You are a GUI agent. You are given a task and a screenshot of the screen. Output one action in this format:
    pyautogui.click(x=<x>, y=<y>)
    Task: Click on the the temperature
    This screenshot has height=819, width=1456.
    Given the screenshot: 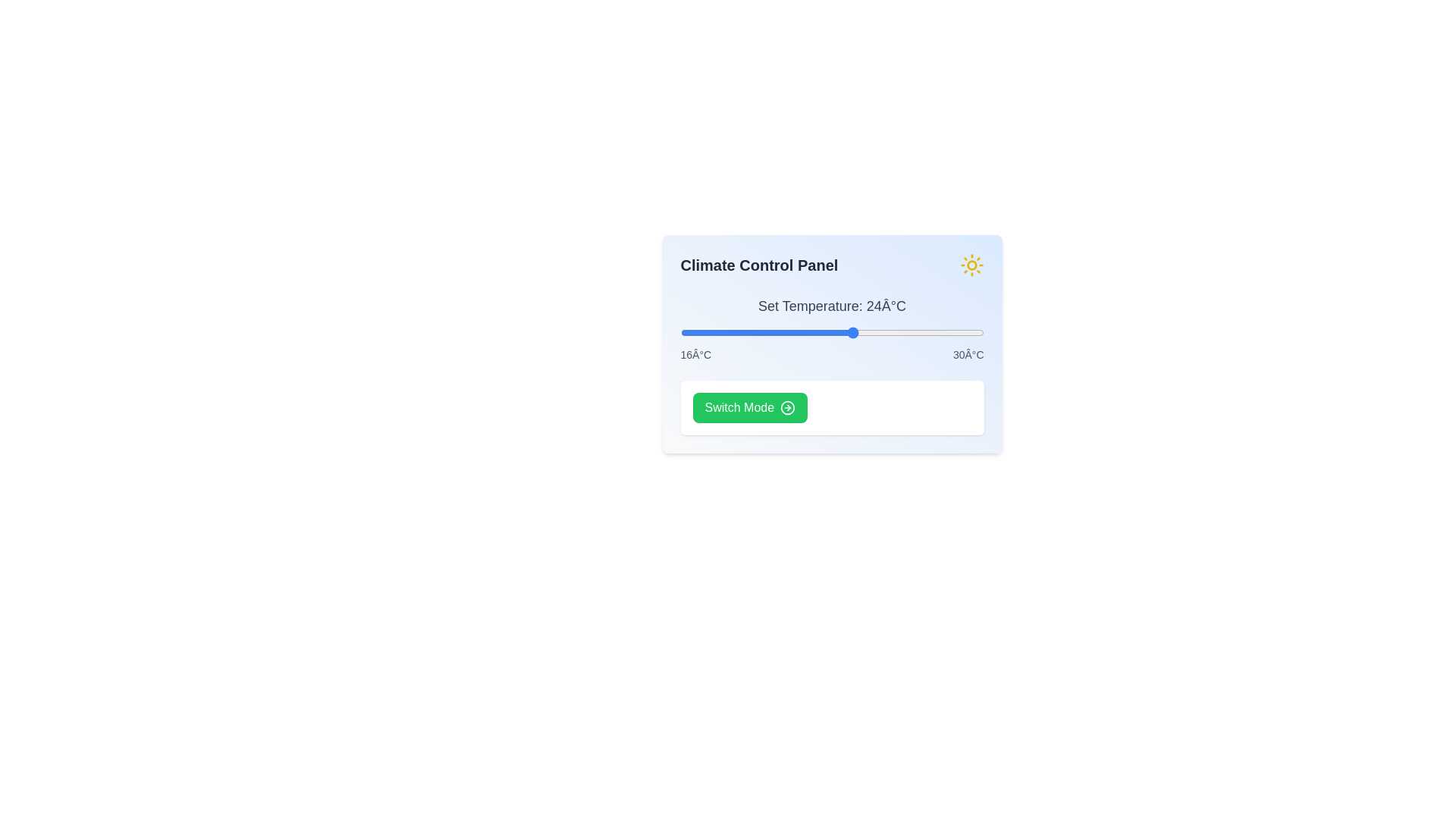 What is the action you would take?
    pyautogui.click(x=723, y=332)
    